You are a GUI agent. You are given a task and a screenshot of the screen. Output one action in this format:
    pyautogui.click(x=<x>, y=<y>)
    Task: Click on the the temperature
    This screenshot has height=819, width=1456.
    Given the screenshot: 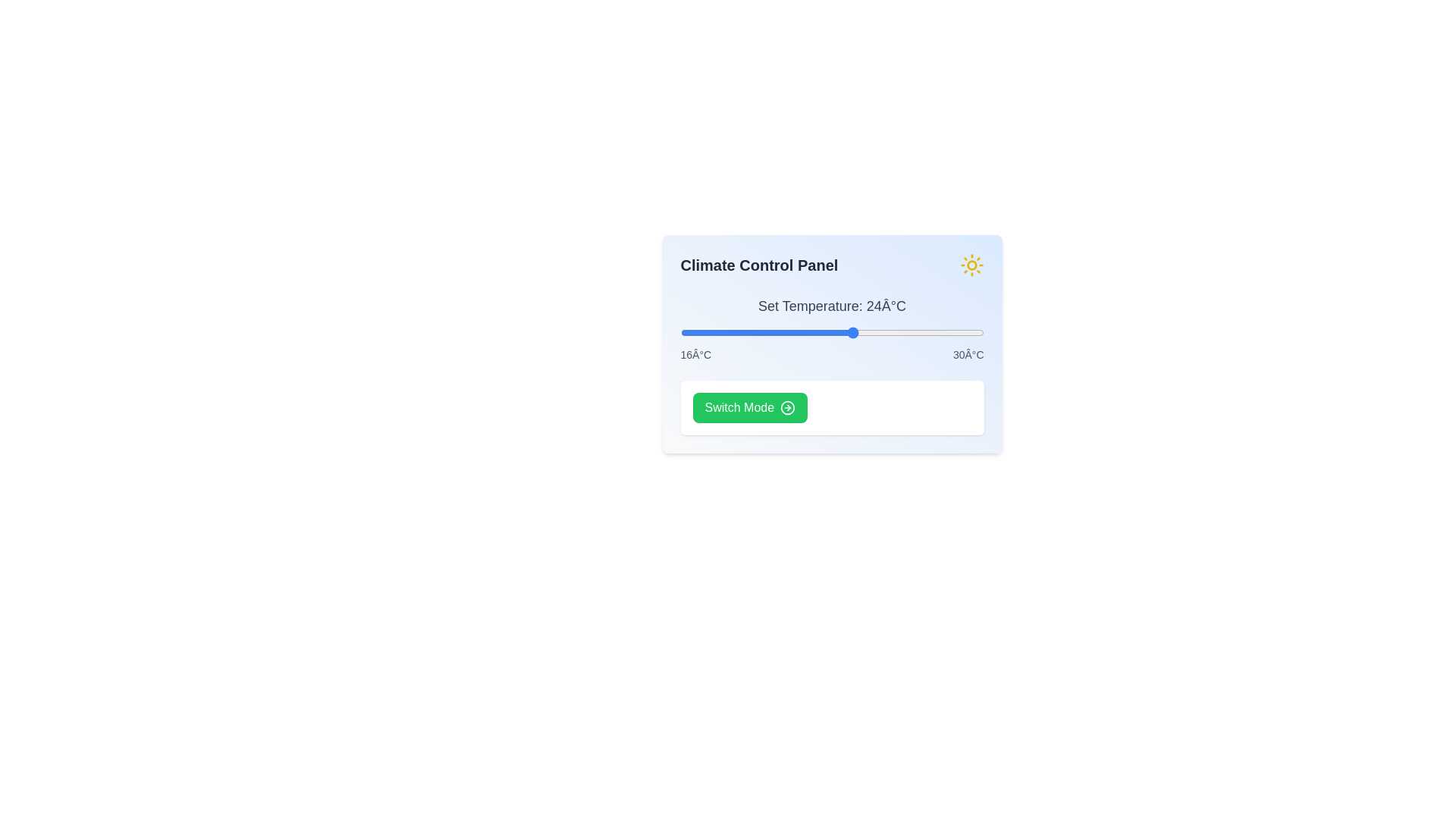 What is the action you would take?
    pyautogui.click(x=723, y=332)
    